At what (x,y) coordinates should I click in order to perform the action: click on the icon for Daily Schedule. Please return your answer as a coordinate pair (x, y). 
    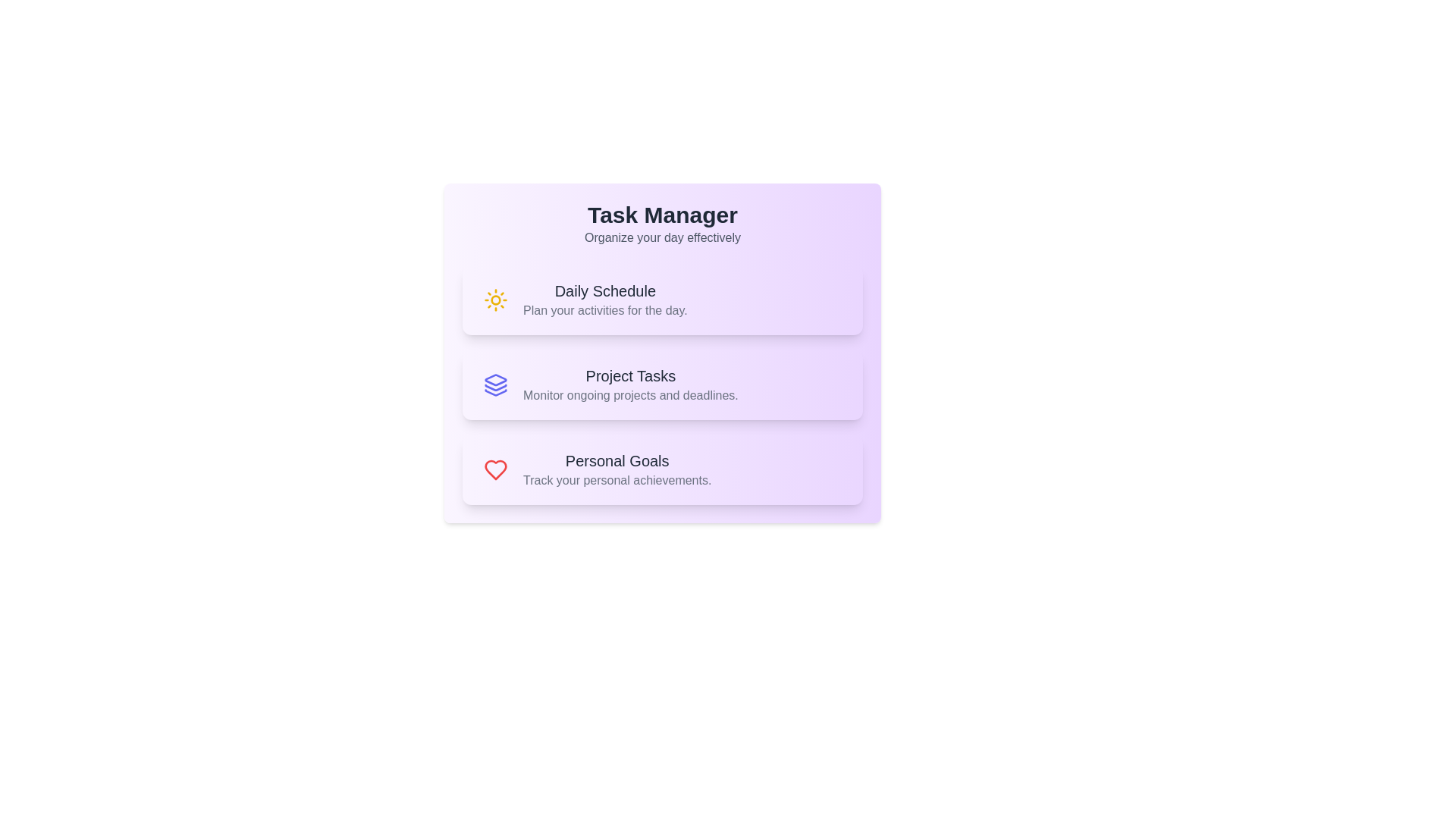
    Looking at the image, I should click on (495, 300).